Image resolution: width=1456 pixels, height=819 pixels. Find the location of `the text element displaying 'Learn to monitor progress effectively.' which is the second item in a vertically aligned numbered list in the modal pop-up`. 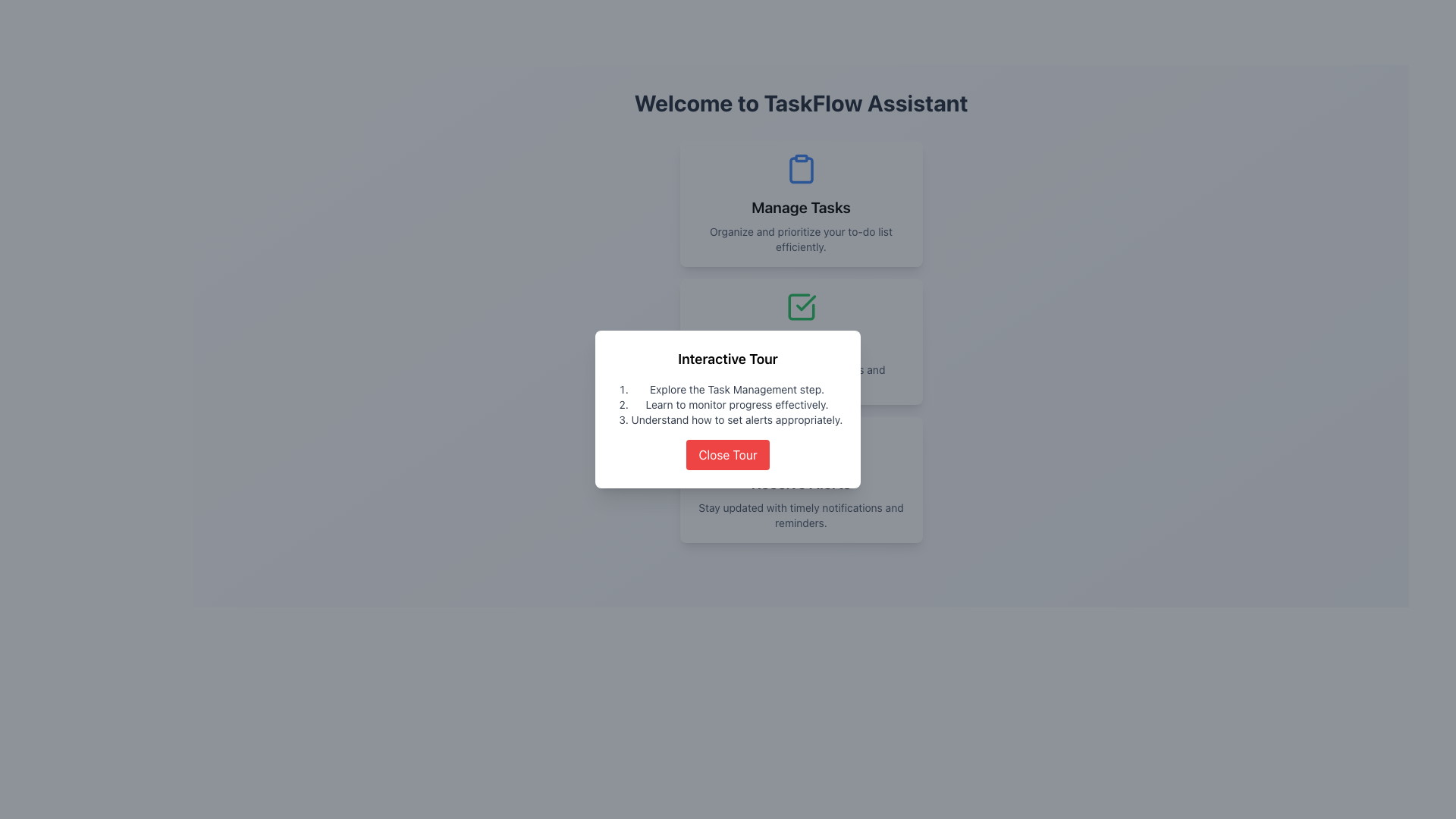

the text element displaying 'Learn to monitor progress effectively.' which is the second item in a vertically aligned numbered list in the modal pop-up is located at coordinates (736, 403).